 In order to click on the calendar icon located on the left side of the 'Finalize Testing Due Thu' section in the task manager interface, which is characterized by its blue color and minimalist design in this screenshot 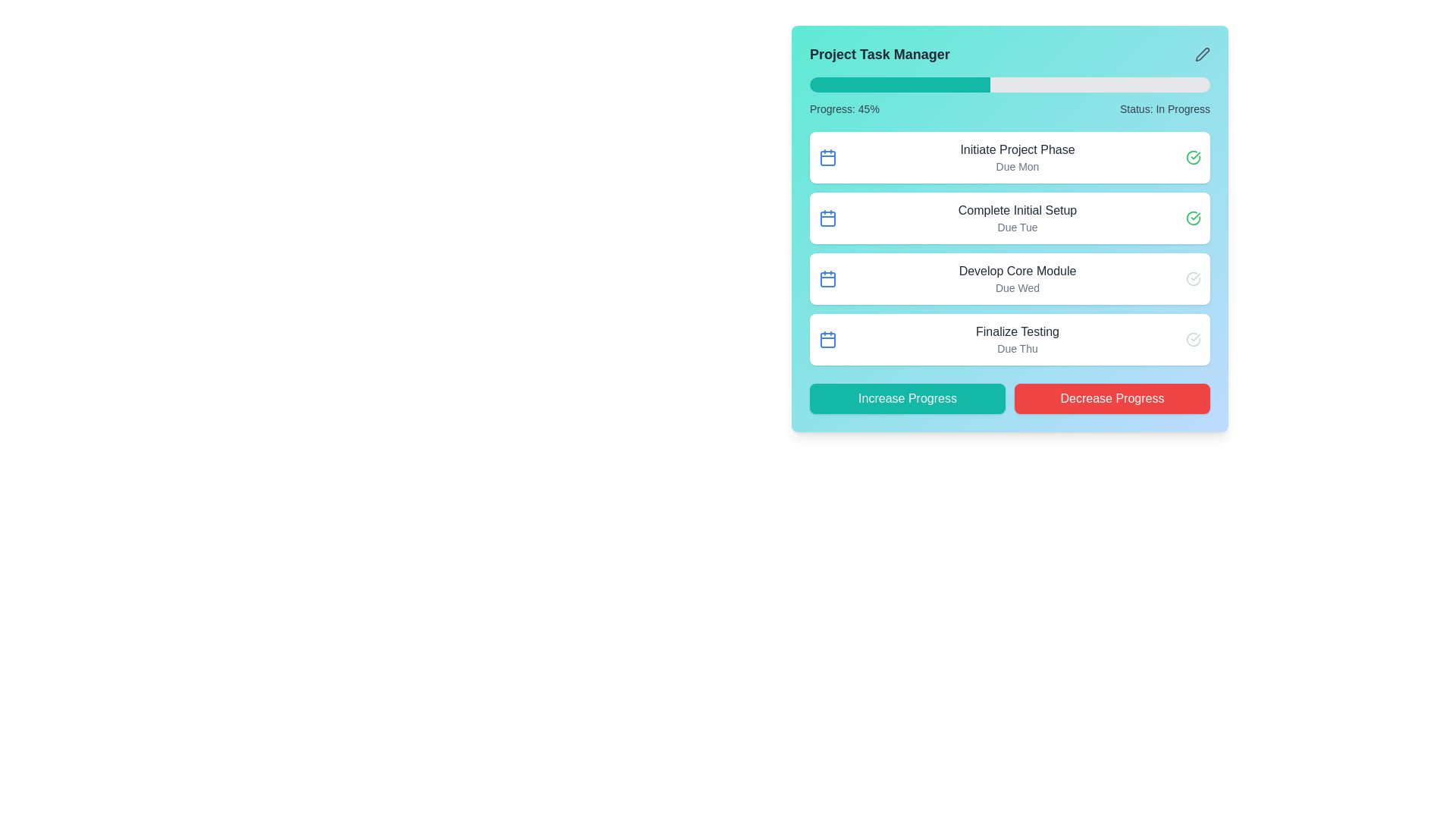, I will do `click(827, 338)`.